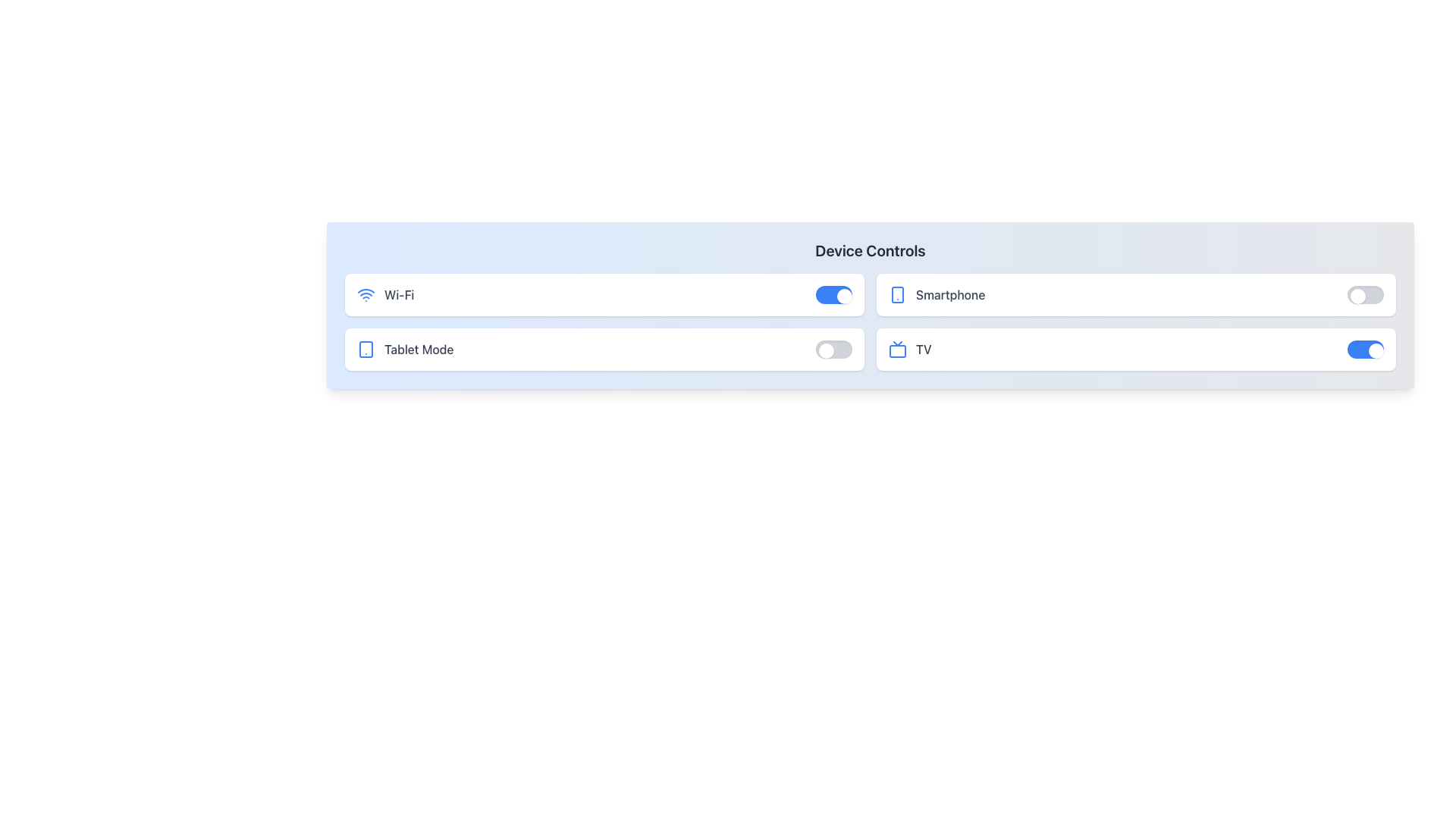 Image resolution: width=1456 pixels, height=819 pixels. What do you see at coordinates (833, 295) in the screenshot?
I see `the toggle switch in the 'Wi-Fi' control card` at bounding box center [833, 295].